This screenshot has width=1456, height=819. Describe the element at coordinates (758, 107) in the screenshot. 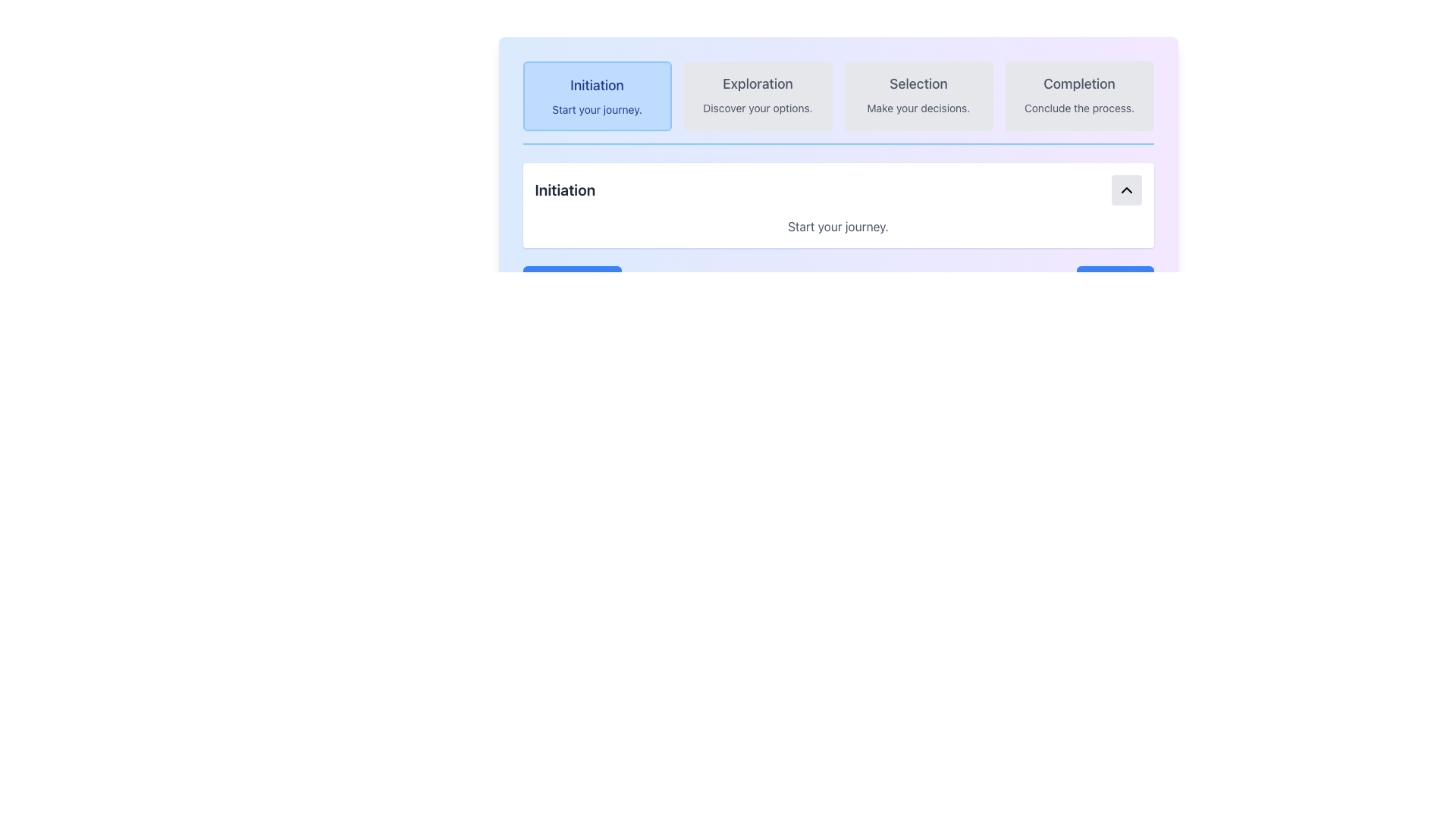

I see `the descriptive text label located in the 'Exploration' section, which provides guidance about this section` at that location.